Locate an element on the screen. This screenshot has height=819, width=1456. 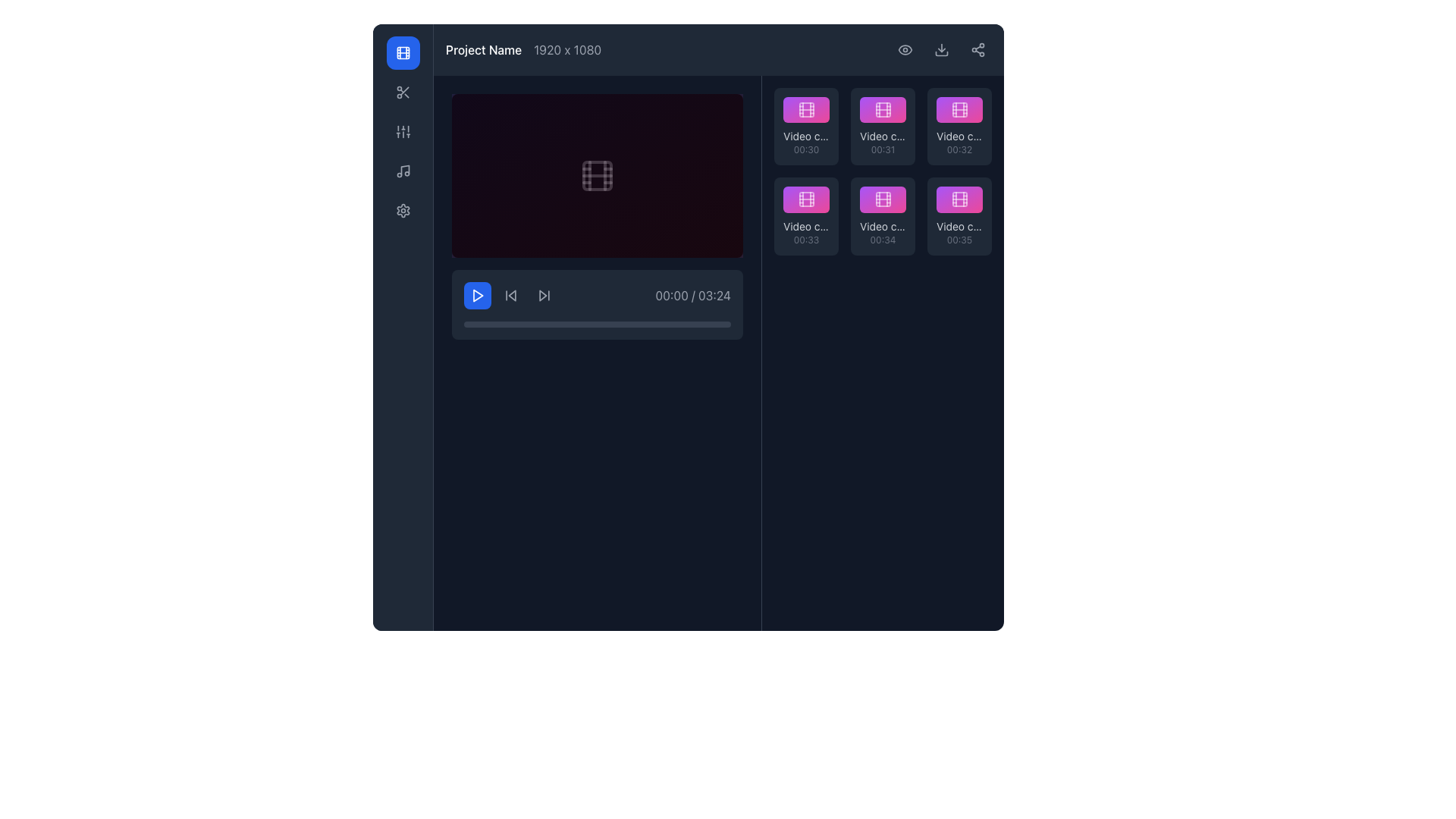
the download icon button located in the top right corner of the interface to initiate the download of the associated file or data is located at coordinates (941, 49).